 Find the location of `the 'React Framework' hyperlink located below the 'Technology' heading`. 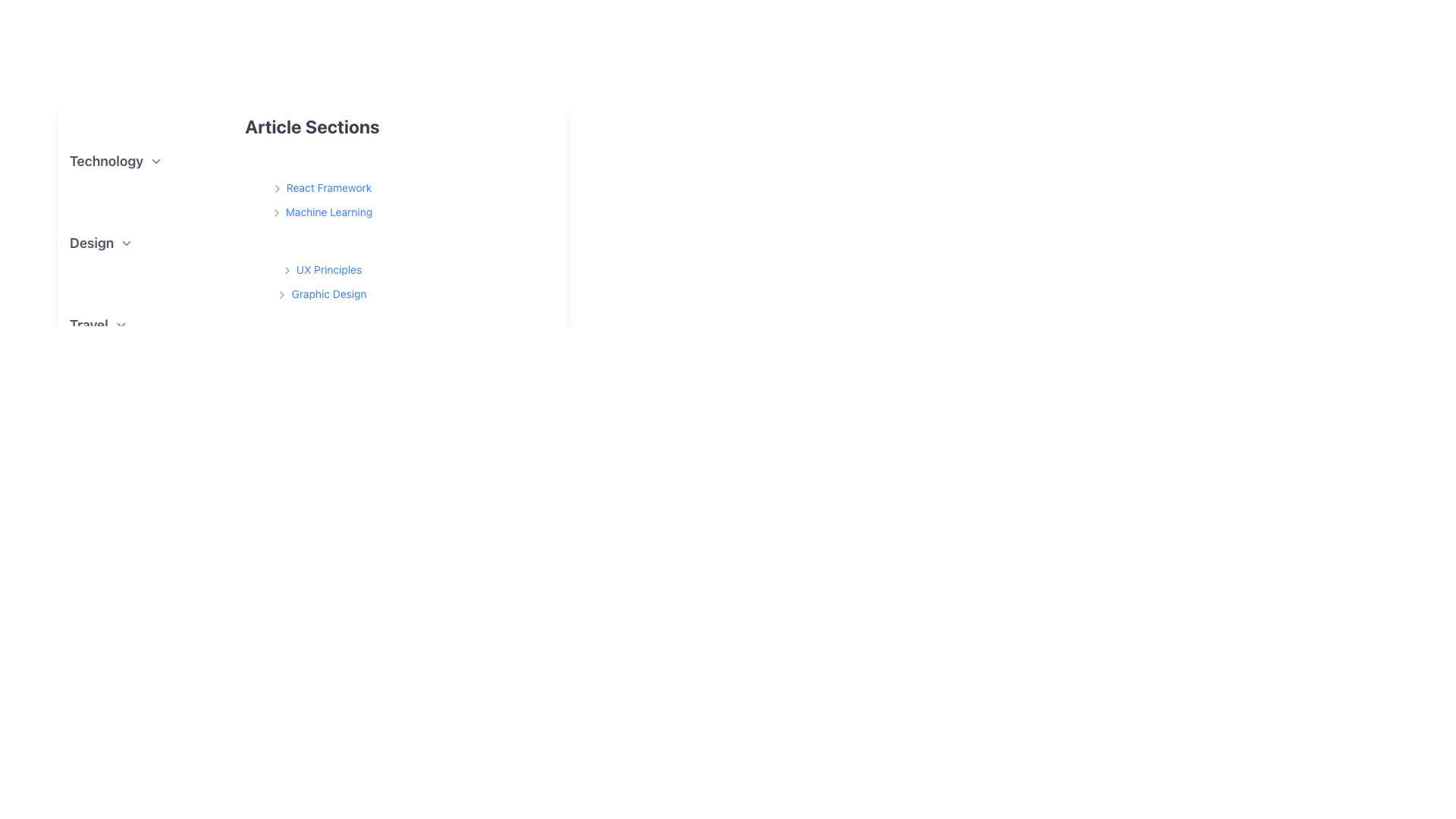

the 'React Framework' hyperlink located below the 'Technology' heading is located at coordinates (320, 198).